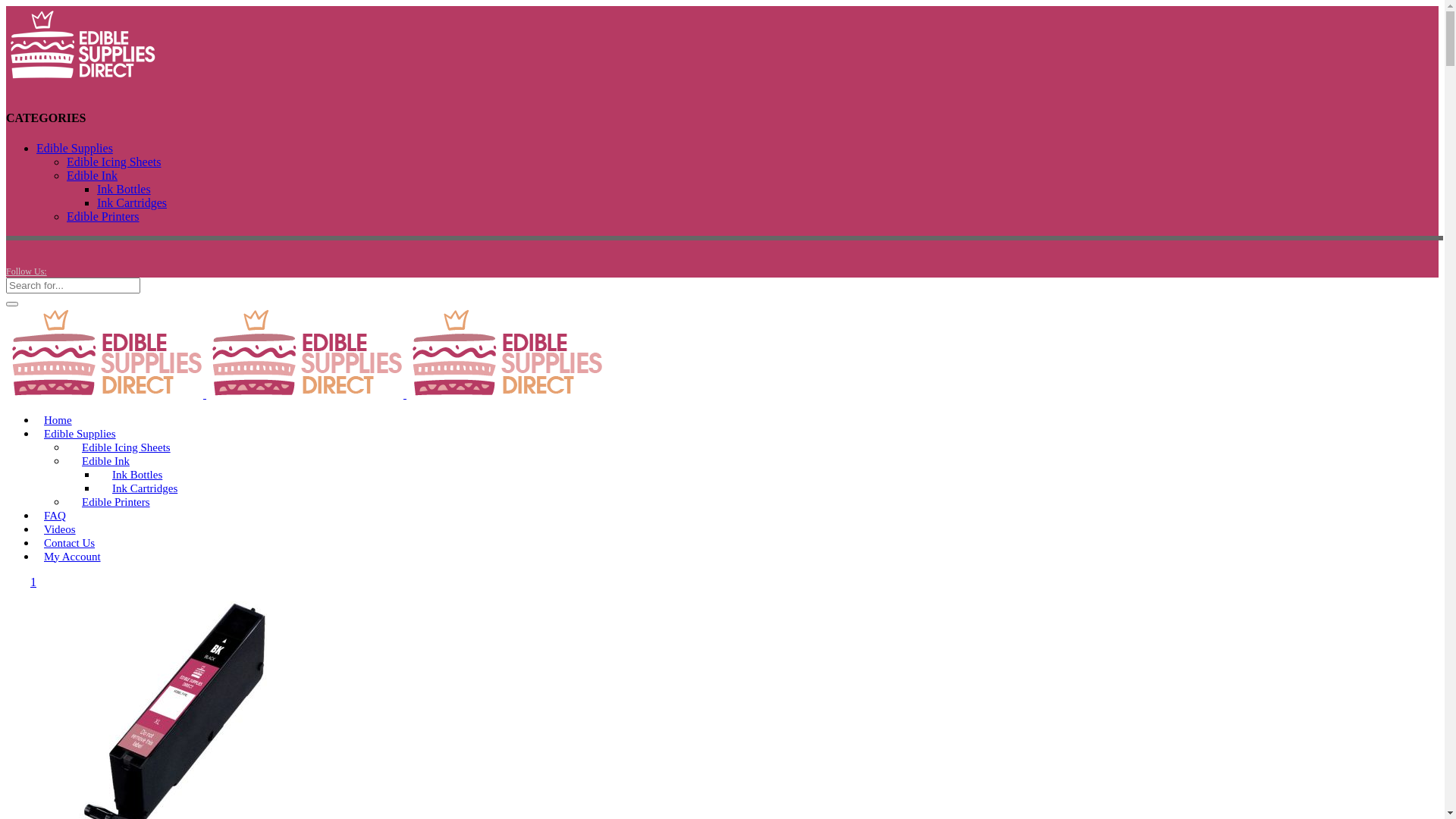 The width and height of the screenshot is (1456, 819). I want to click on '1', so click(33, 581).